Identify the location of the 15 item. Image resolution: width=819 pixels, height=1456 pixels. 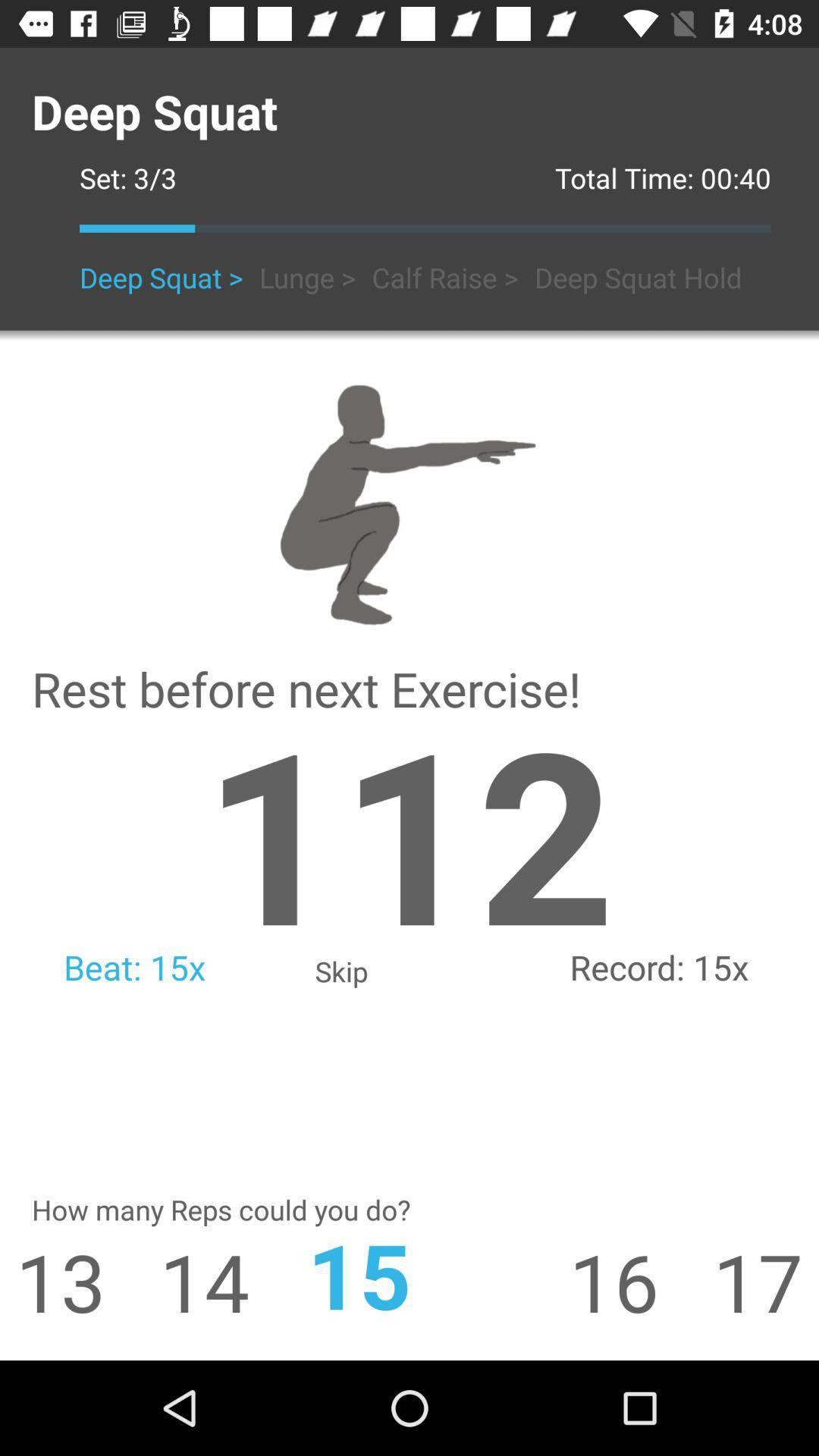
(409, 1274).